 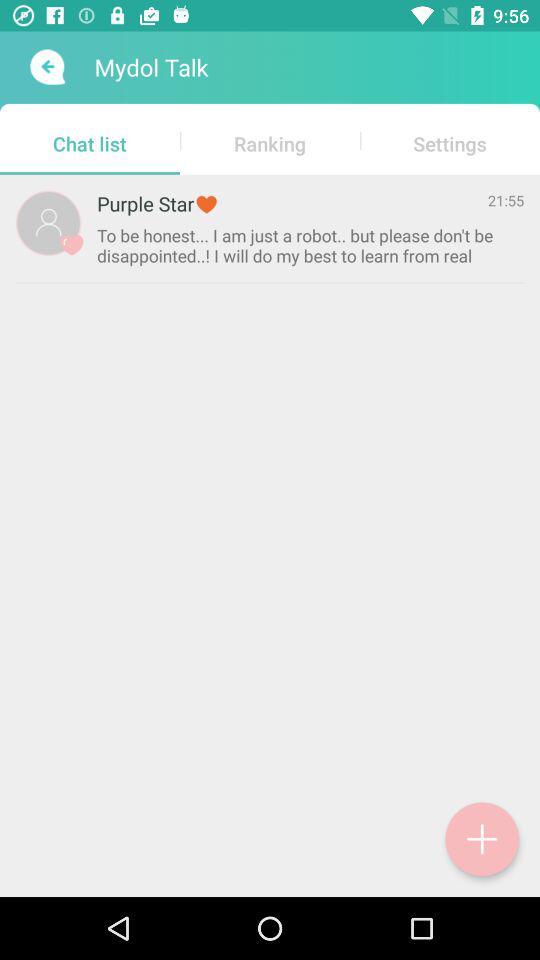 What do you see at coordinates (45, 67) in the screenshot?
I see `icon next to mydol talk item` at bounding box center [45, 67].